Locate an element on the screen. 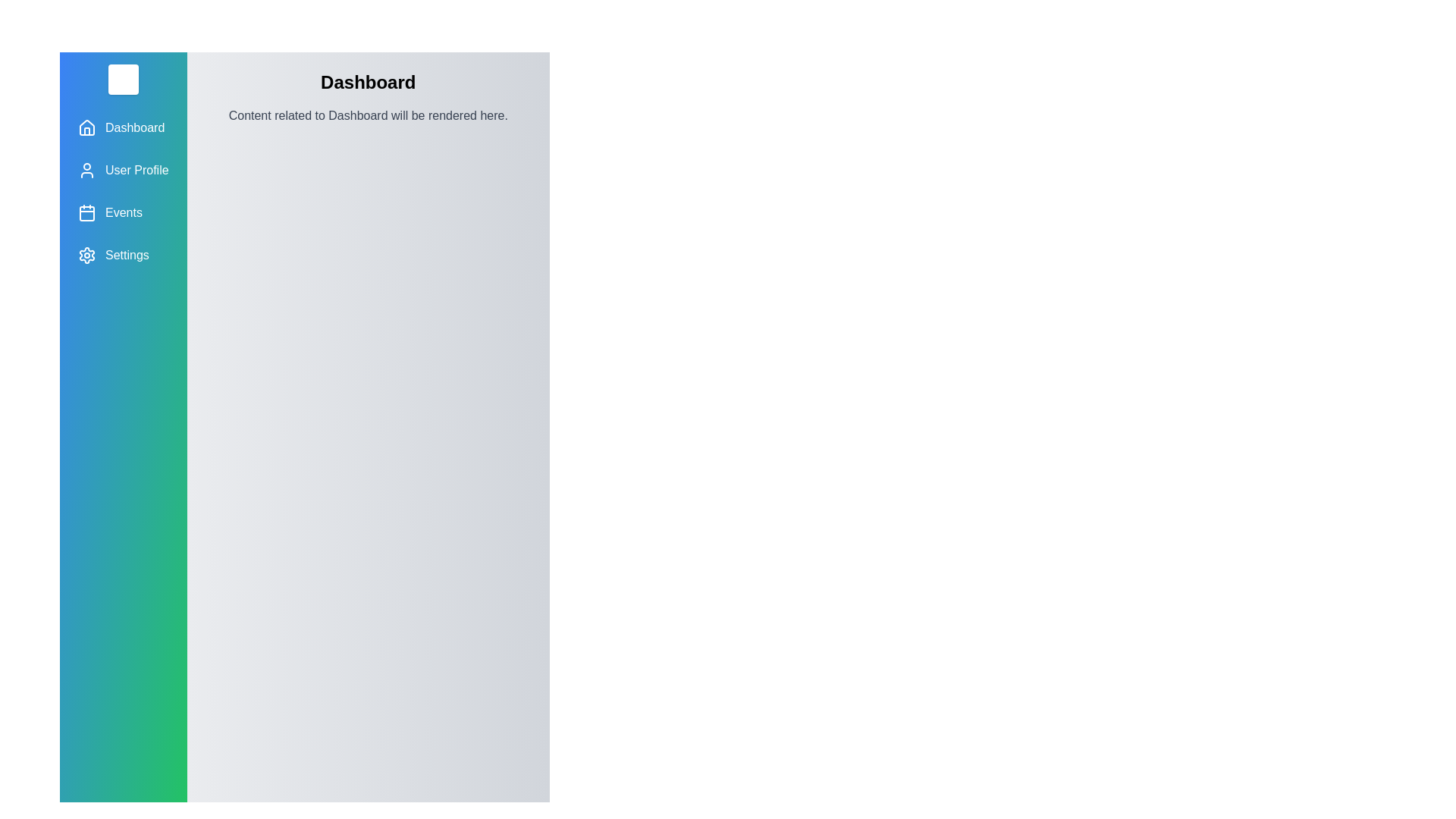  the menu button to toggle the drawer expansion state is located at coordinates (123, 79).